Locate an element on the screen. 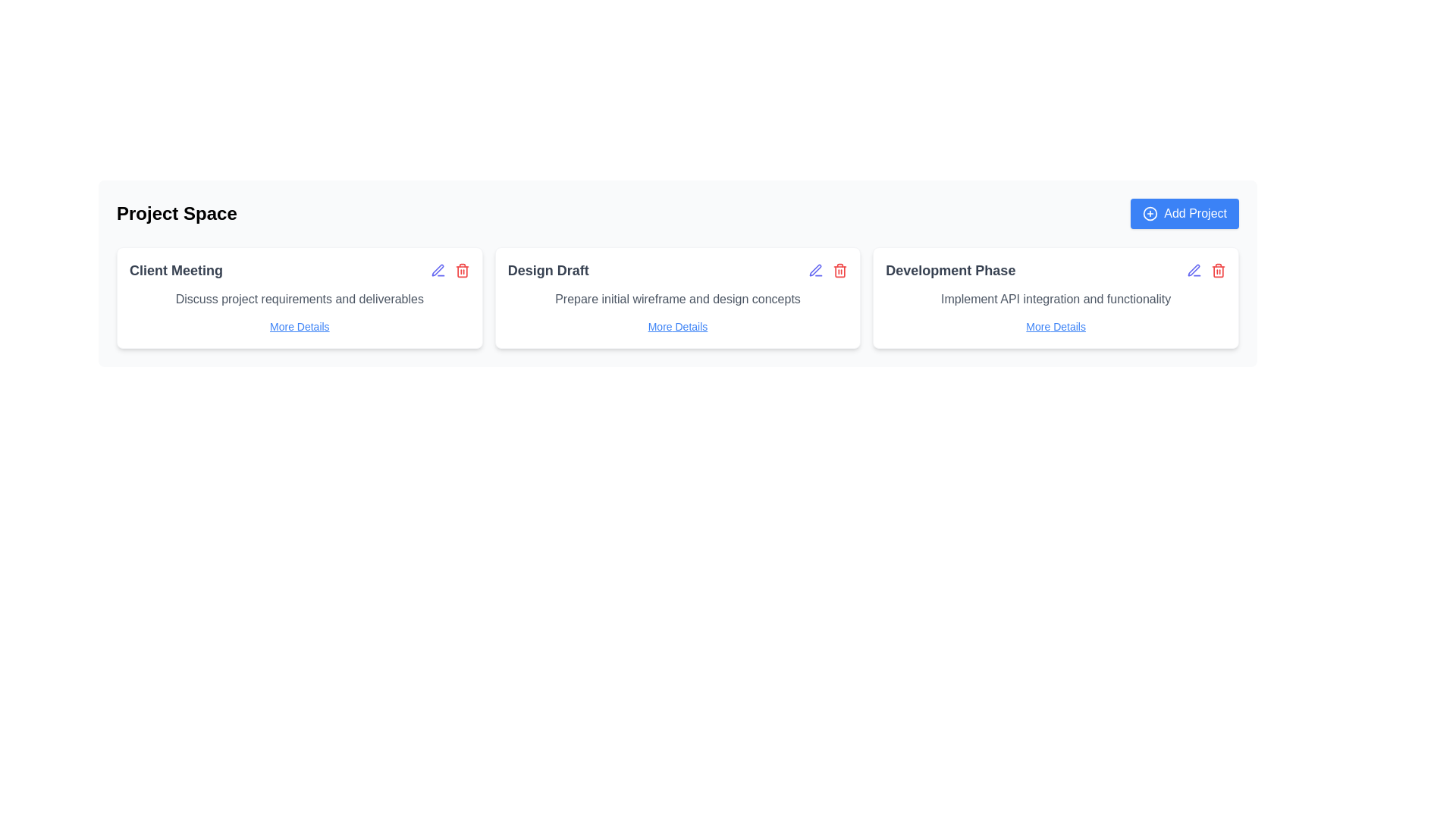 The height and width of the screenshot is (819, 1456). the text label titled 'Client Meeting' located in the top-left corner of the first card in a row of three cards on the dashboard interface is located at coordinates (176, 270).